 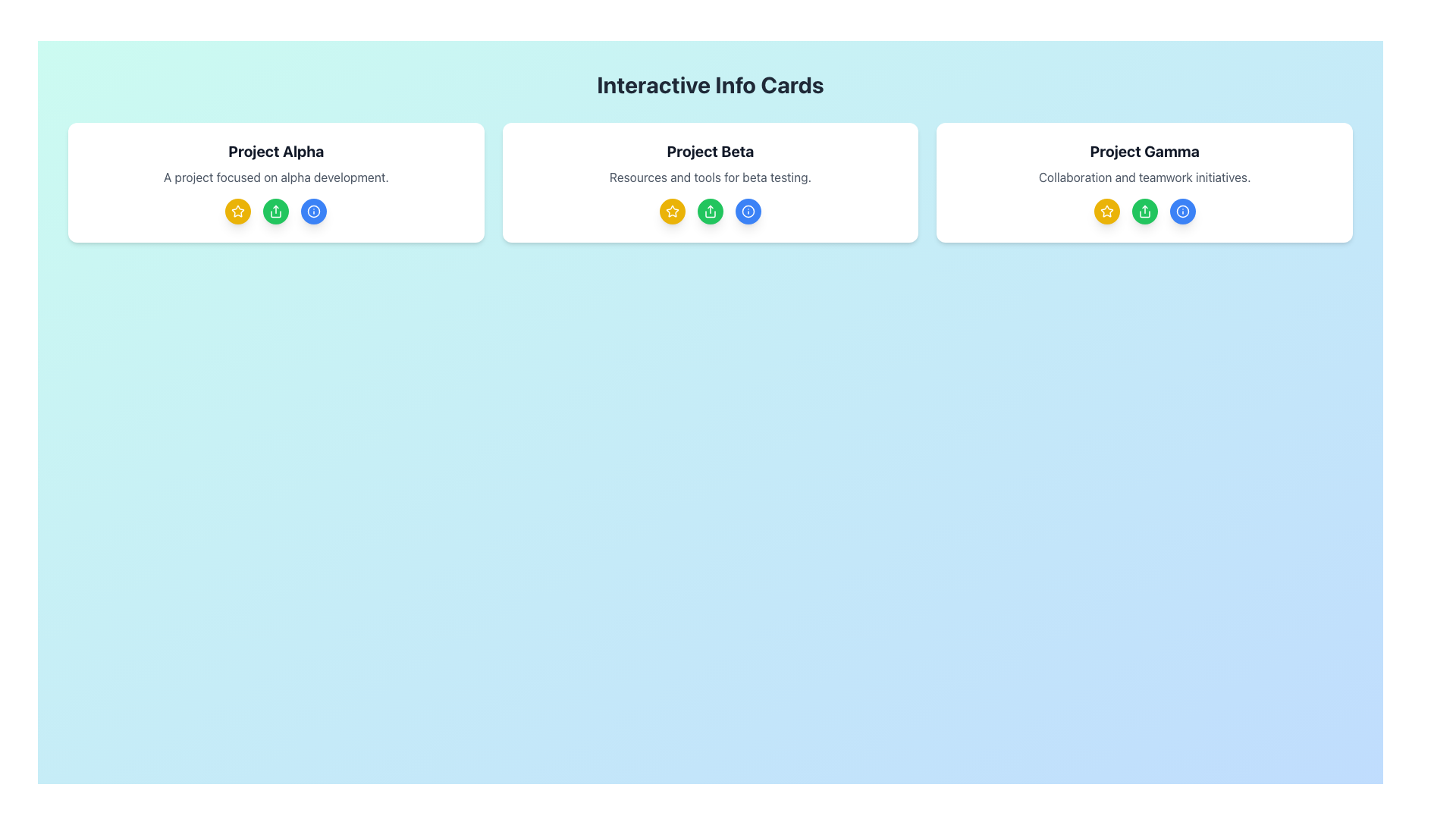 What do you see at coordinates (709, 211) in the screenshot?
I see `the circular green button with a white up arrow icon located within the 'Project Beta' card` at bounding box center [709, 211].